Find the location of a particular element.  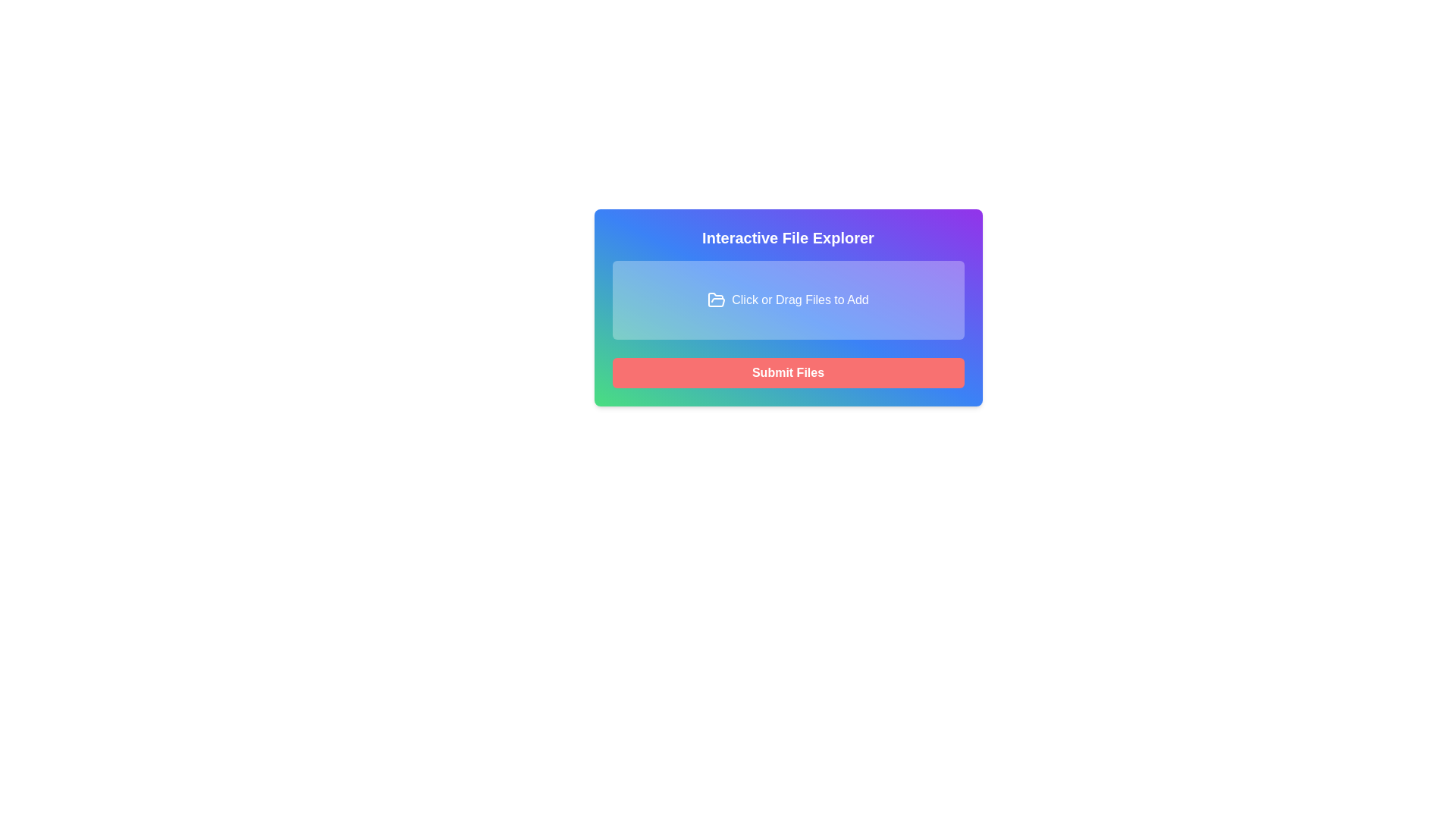

the interactive file input area with a gradient background and the text 'Click or Drag Files is located at coordinates (788, 300).